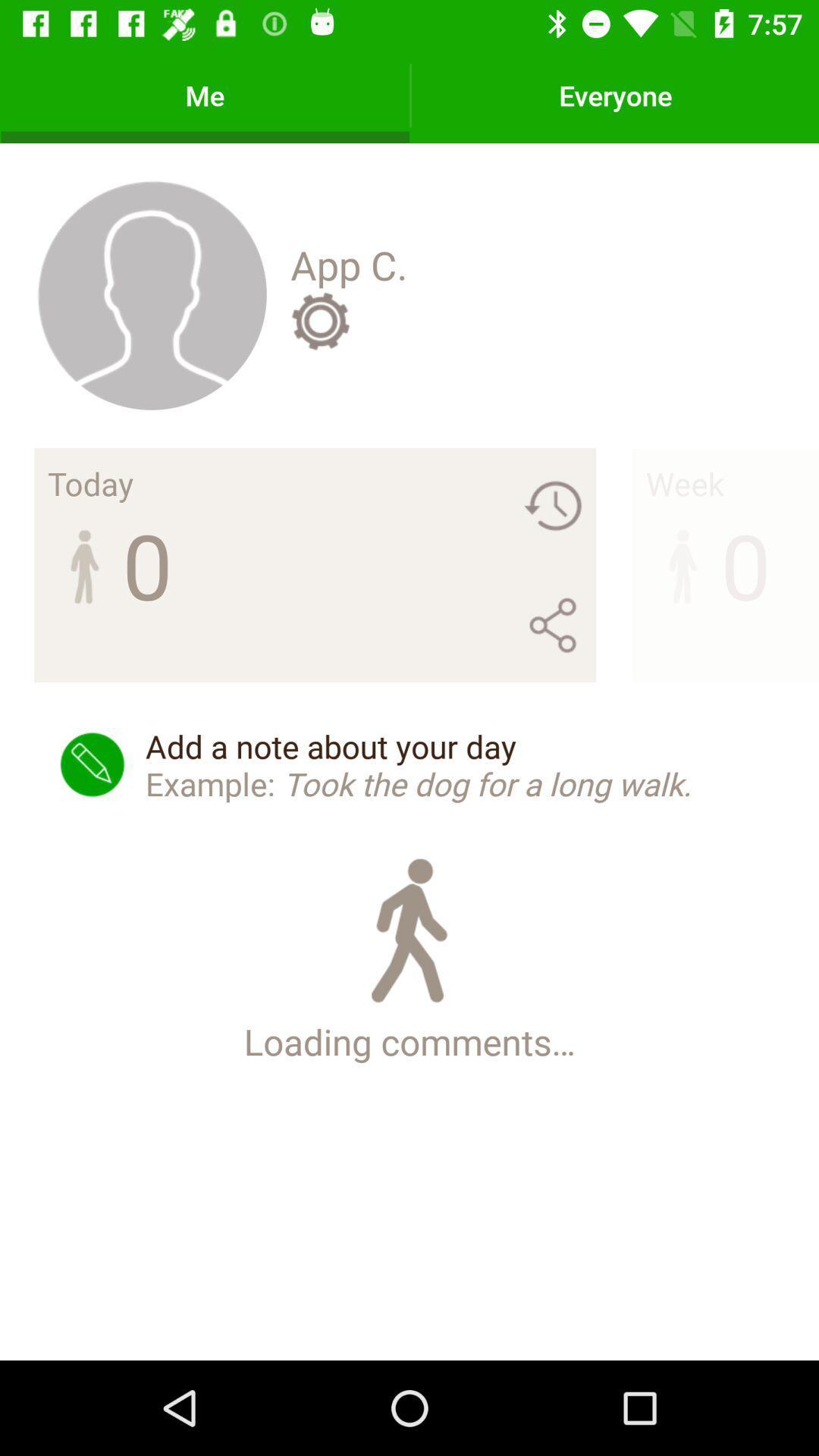 The image size is (819, 1456). Describe the element at coordinates (205, 94) in the screenshot. I see `the me button at the top left  corner of the page` at that location.